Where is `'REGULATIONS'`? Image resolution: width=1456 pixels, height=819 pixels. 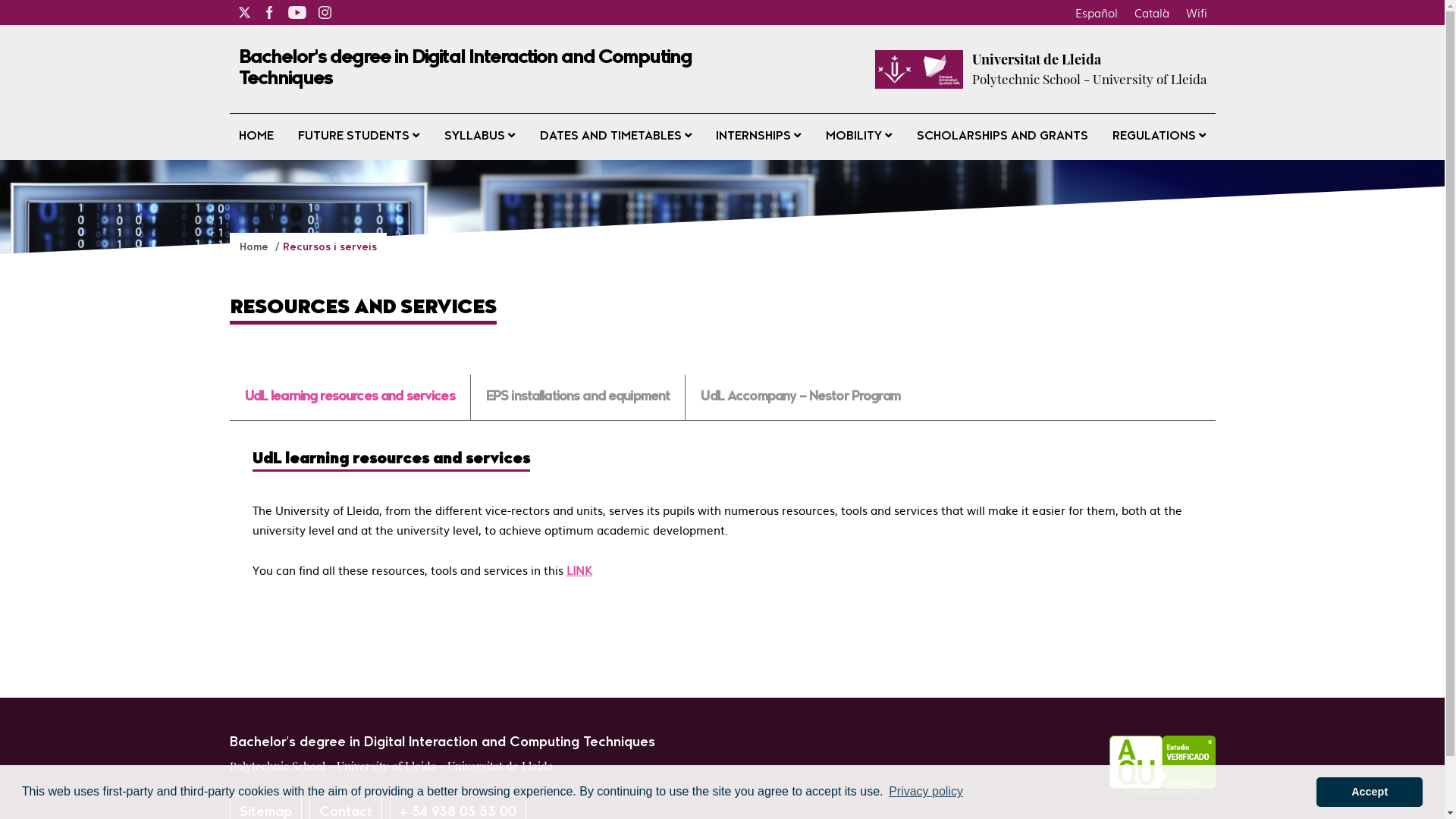 'REGULATIONS' is located at coordinates (1158, 136).